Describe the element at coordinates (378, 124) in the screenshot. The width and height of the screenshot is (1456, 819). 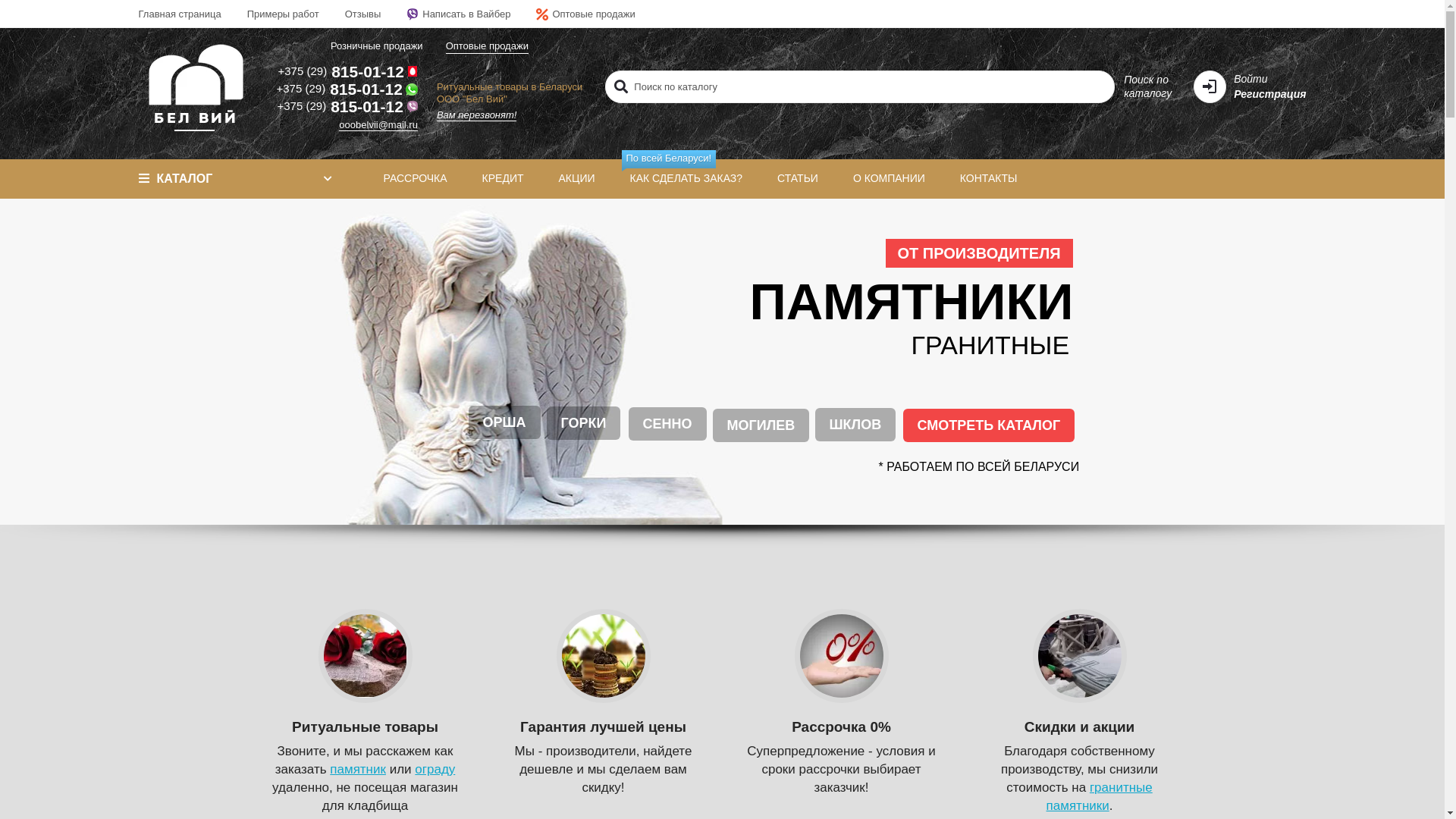
I see `'ooobelvii@mail.ru'` at that location.